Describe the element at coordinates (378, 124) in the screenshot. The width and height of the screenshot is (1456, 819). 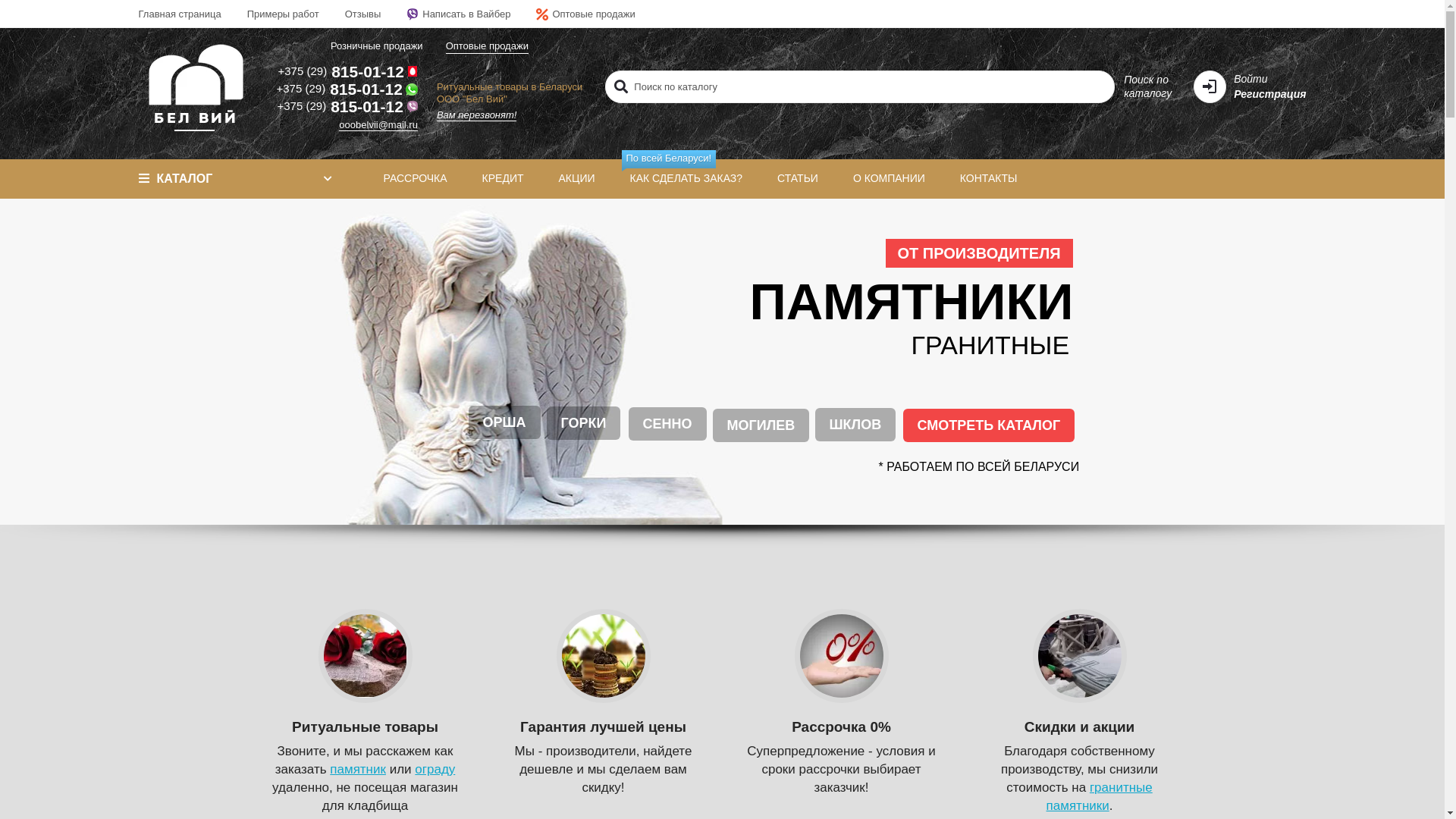
I see `'ooobelvii@mail.ru'` at that location.